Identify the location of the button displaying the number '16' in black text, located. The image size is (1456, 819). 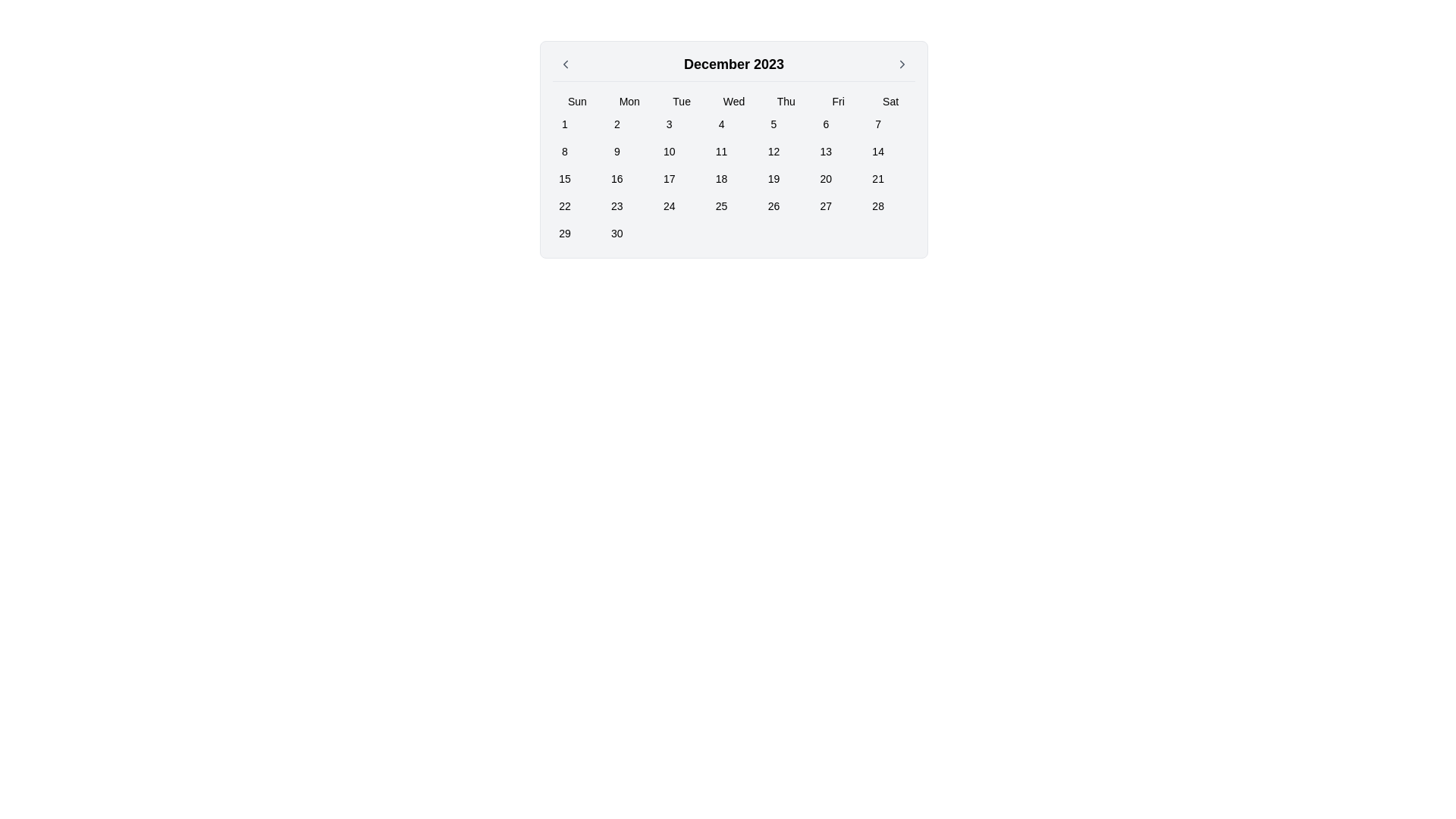
(617, 177).